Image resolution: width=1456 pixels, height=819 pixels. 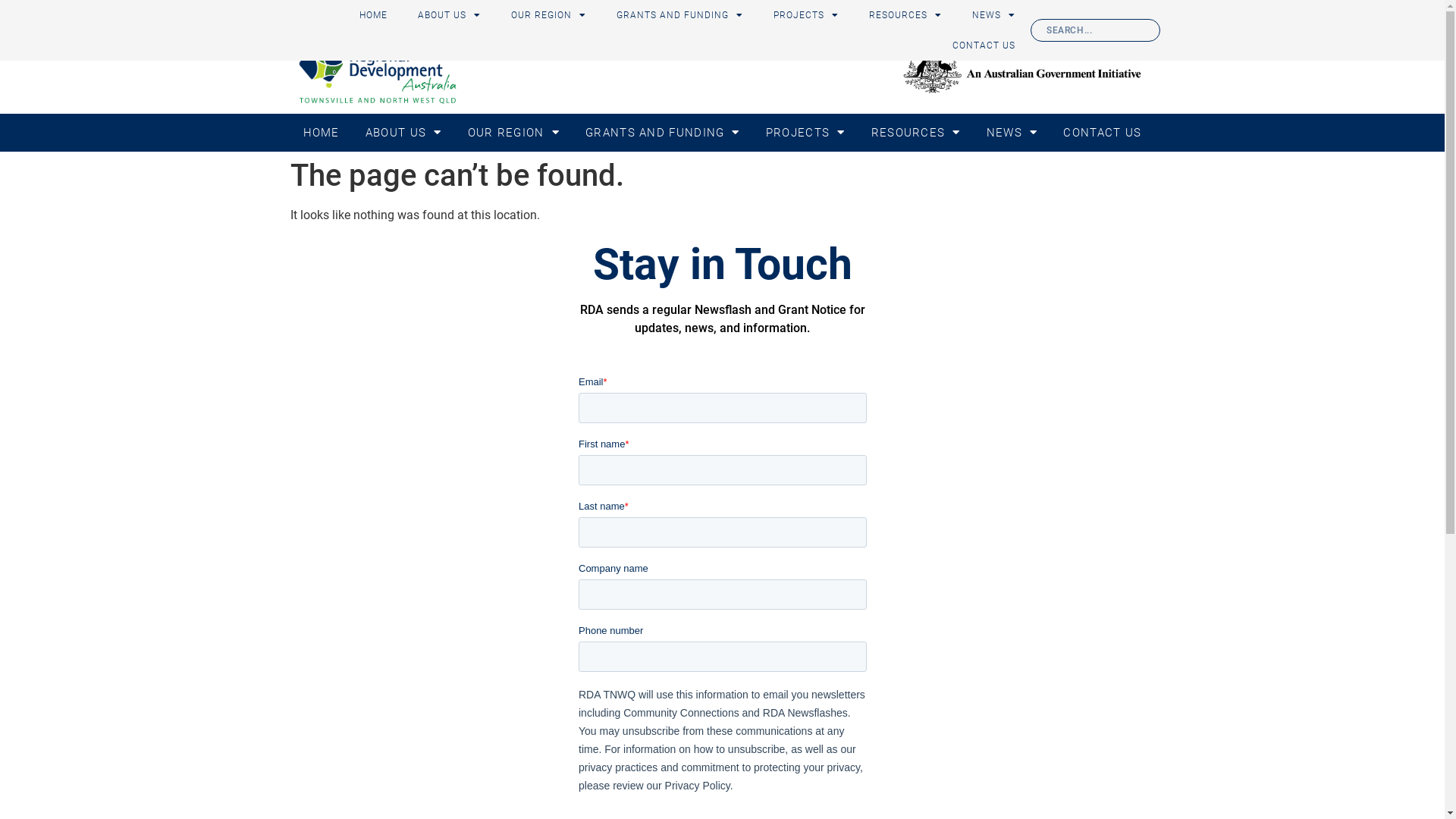 What do you see at coordinates (854, 14) in the screenshot?
I see `'RESOURCES'` at bounding box center [854, 14].